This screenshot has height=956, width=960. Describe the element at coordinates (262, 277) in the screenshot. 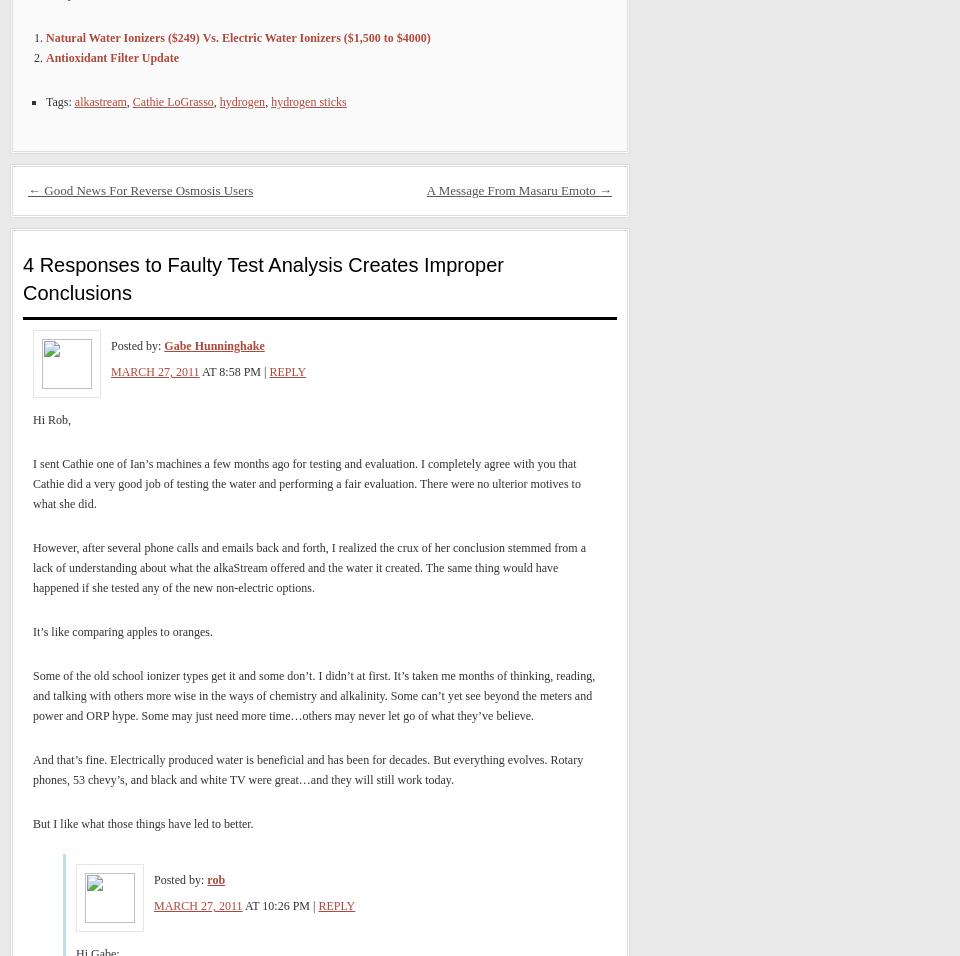

I see `'4 Responses to Faulty Test Analysis Creates Improper Conclusions'` at that location.